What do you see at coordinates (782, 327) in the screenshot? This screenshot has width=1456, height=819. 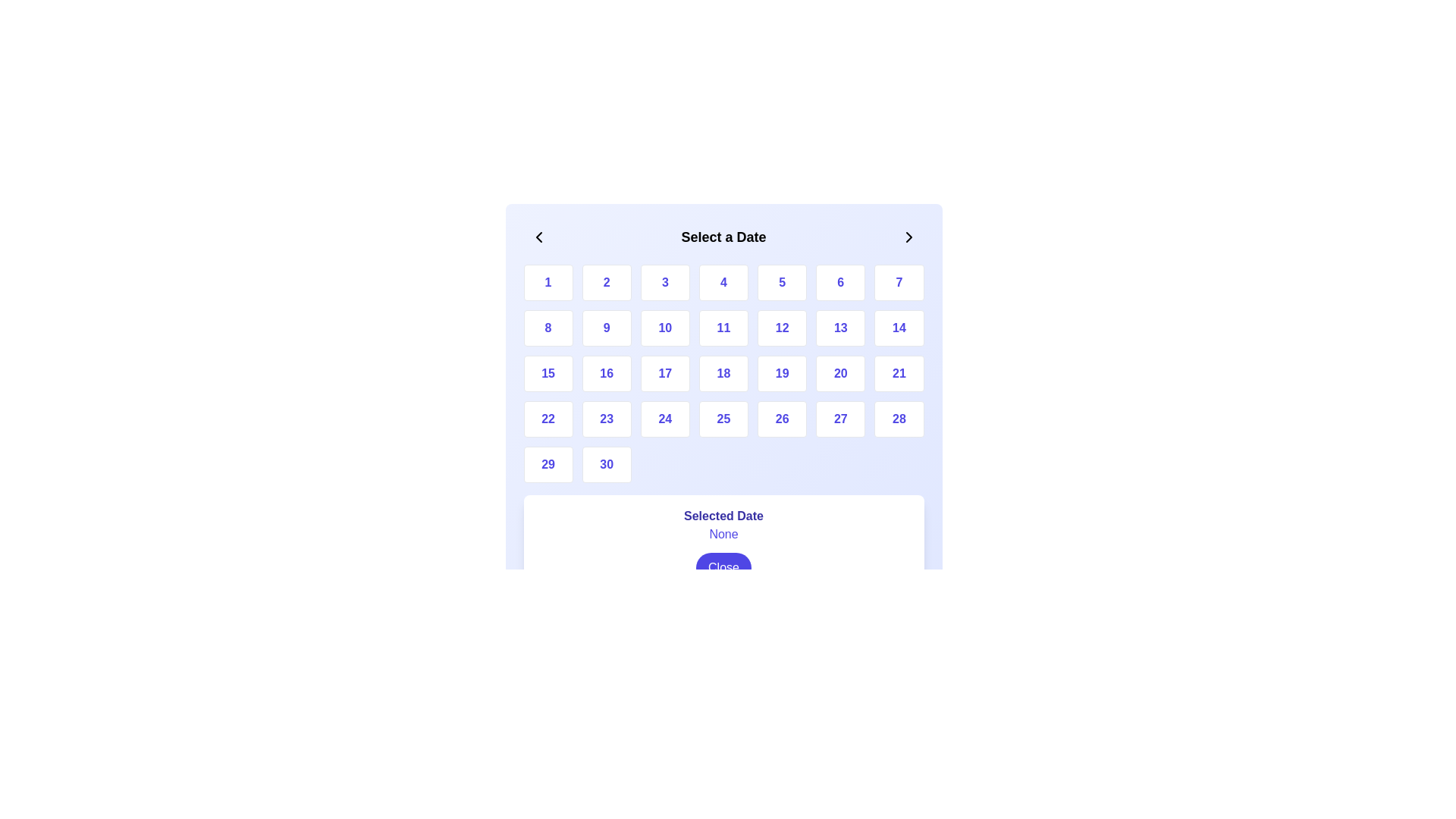 I see `the twelfth button in a grid layout, which has a white background and displays the number '12' in indigo color` at bounding box center [782, 327].